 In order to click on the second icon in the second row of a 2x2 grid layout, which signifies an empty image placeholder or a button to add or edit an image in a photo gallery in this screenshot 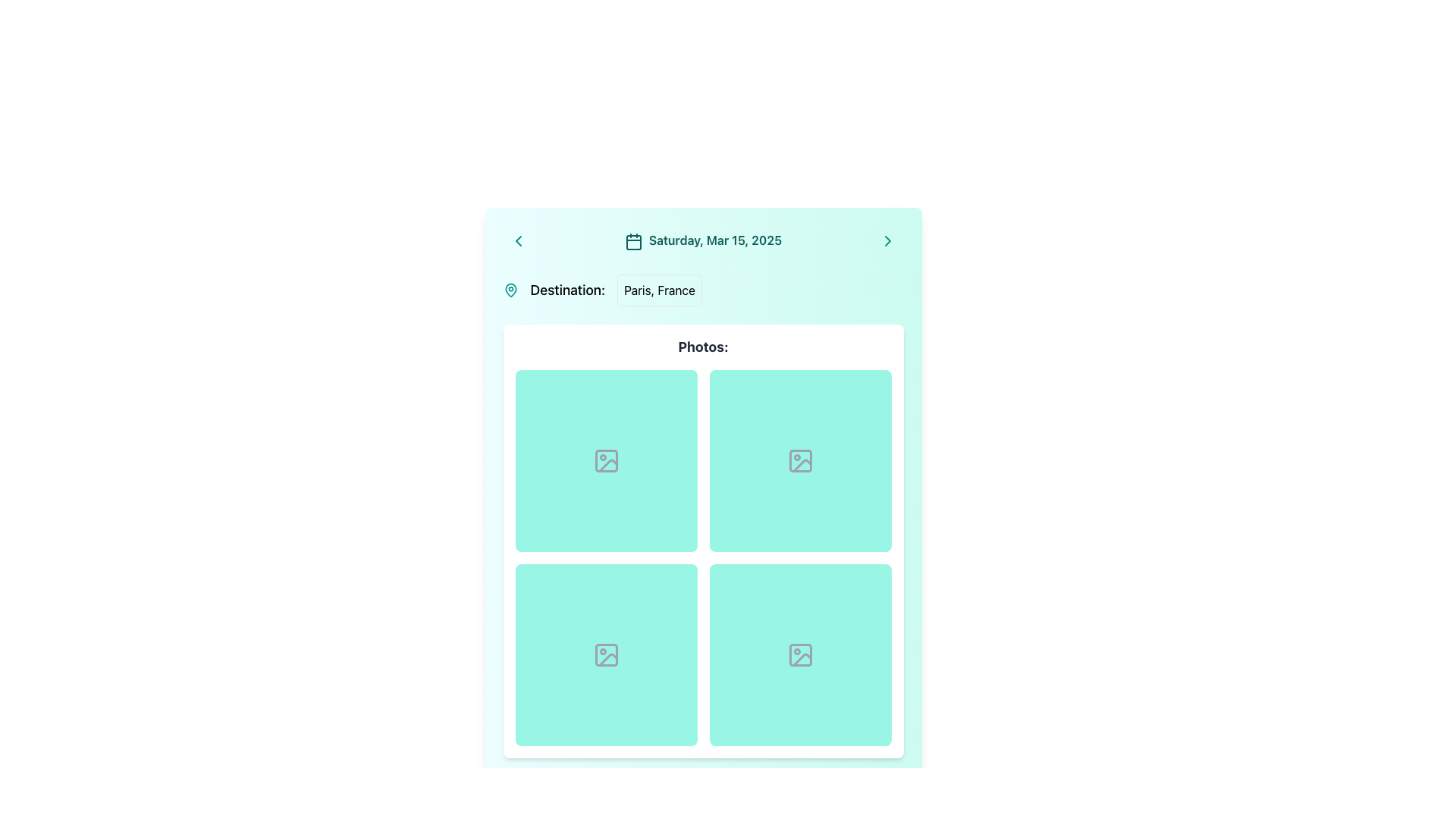, I will do `click(605, 654)`.